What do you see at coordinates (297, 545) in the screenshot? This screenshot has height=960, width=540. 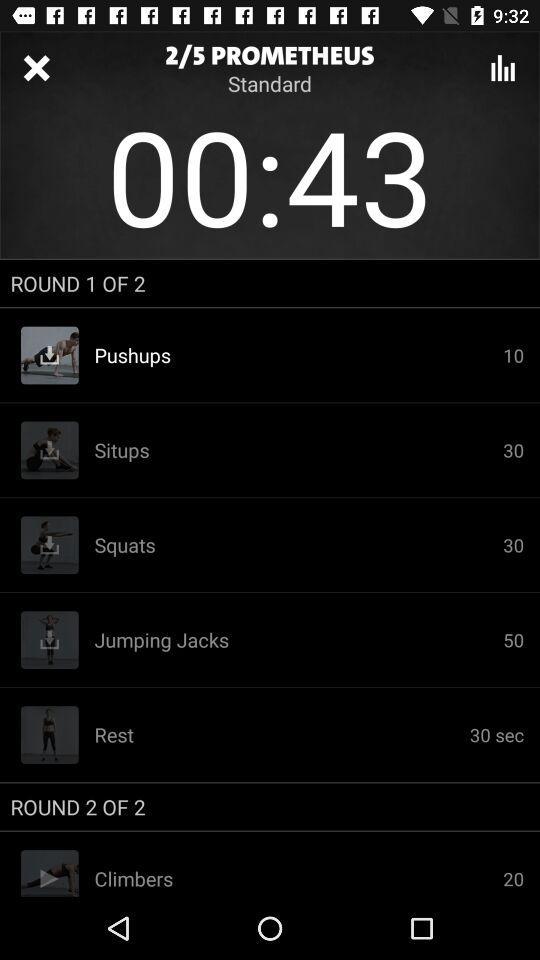 I see `icon to the left of 30 icon` at bounding box center [297, 545].